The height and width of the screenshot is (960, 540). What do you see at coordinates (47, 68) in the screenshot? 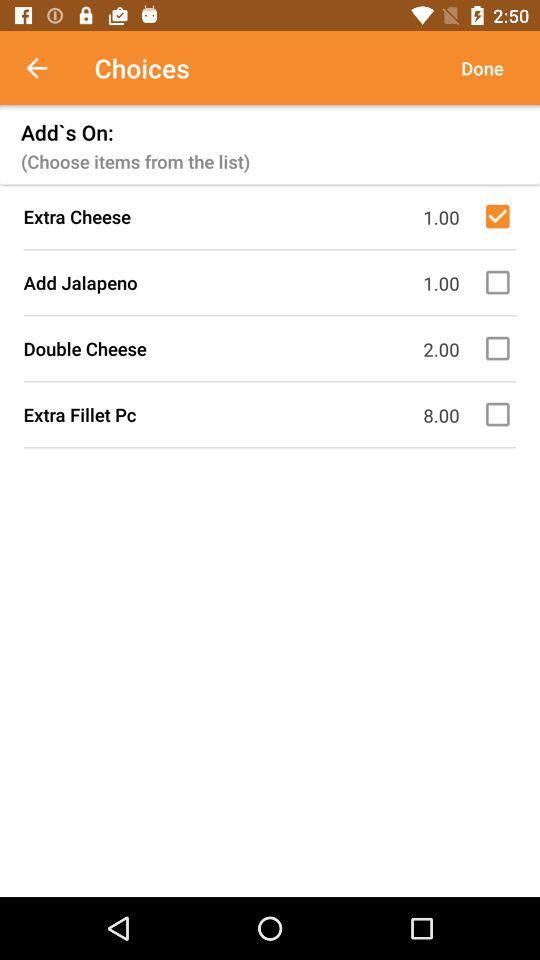
I see `go back` at bounding box center [47, 68].